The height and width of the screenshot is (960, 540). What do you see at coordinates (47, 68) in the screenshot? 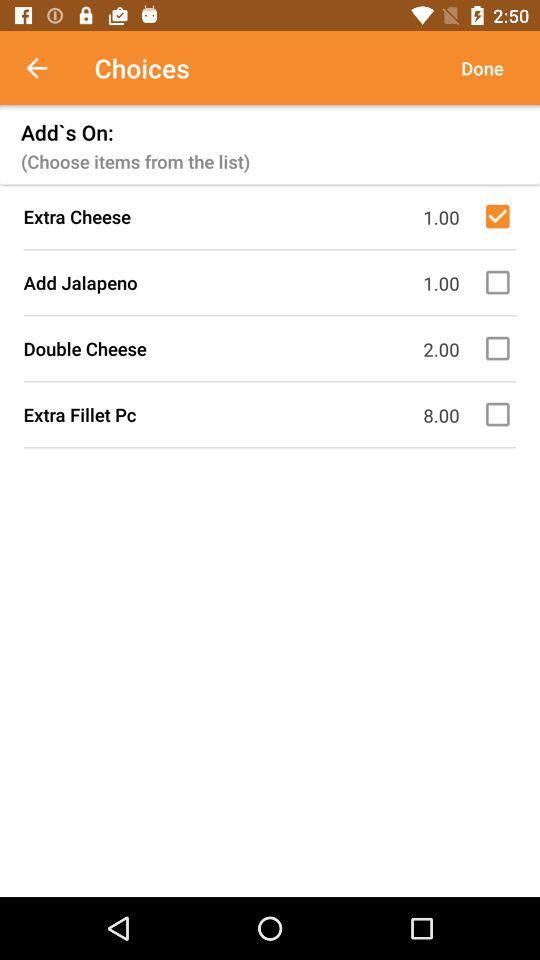
I see `go back` at bounding box center [47, 68].